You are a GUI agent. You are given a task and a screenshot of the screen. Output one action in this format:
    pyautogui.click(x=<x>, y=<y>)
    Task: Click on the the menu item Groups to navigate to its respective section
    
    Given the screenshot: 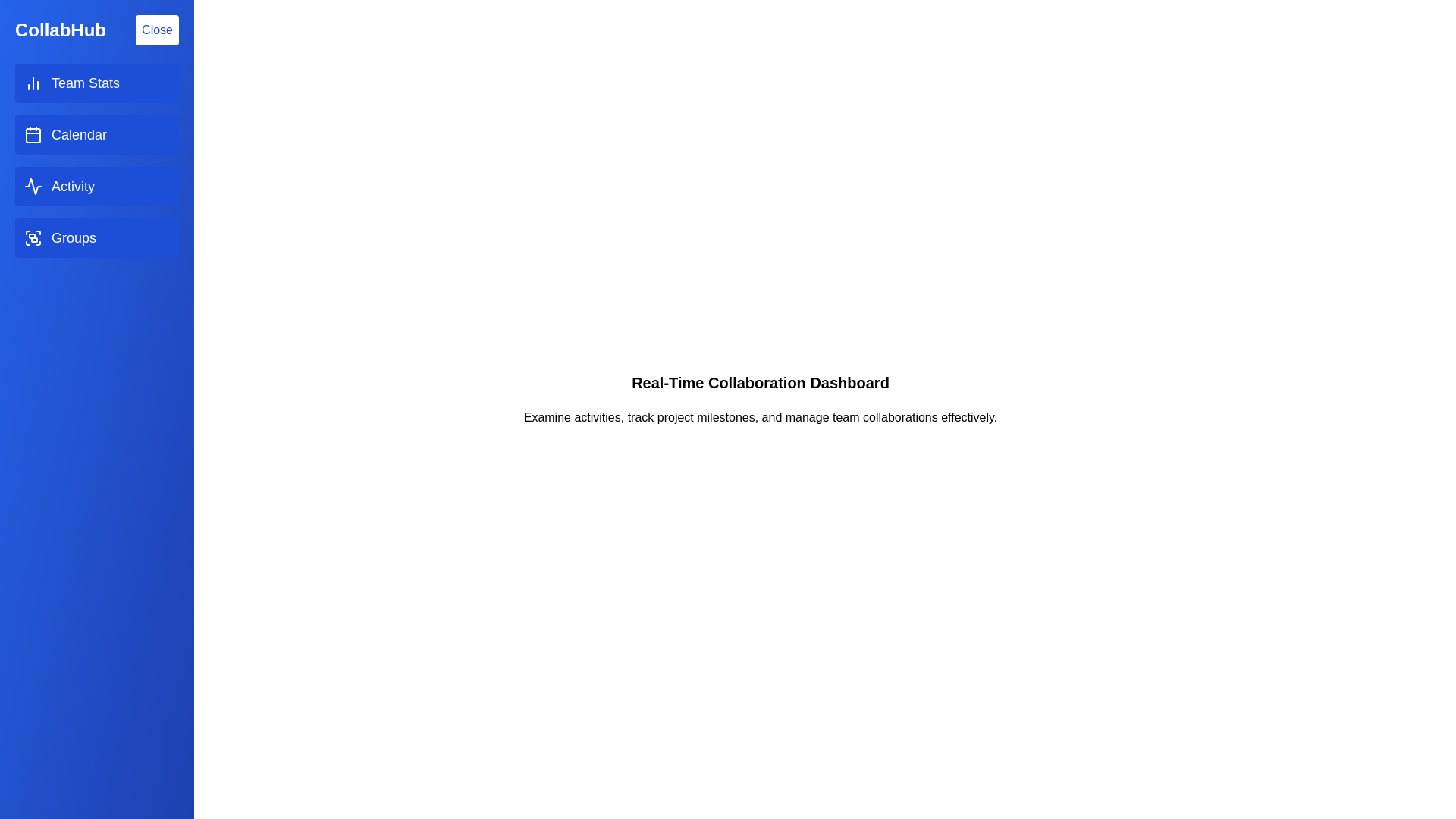 What is the action you would take?
    pyautogui.click(x=96, y=237)
    